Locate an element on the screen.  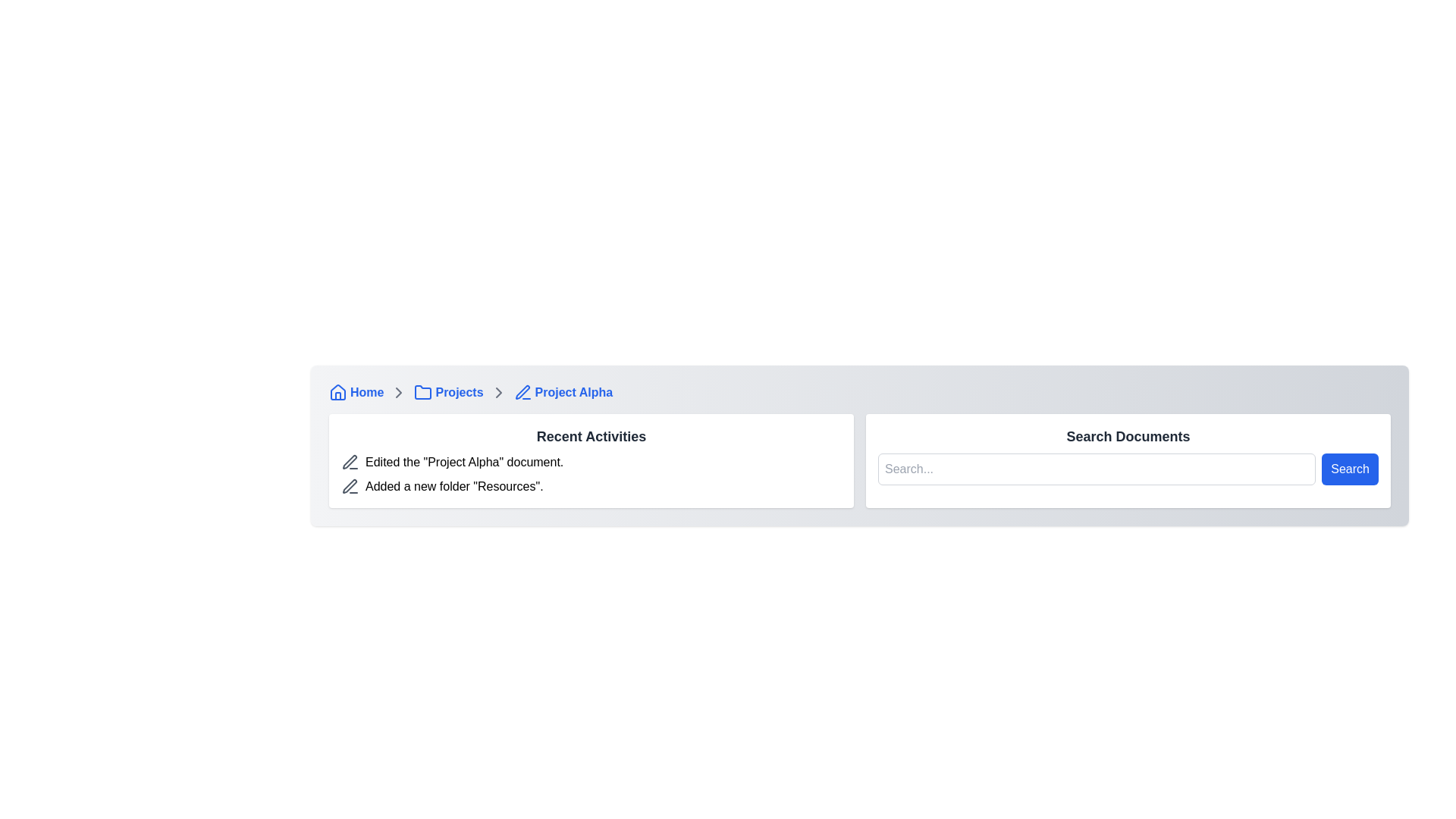
the Static text header that indicates the user's recent activities, located at the top-center of the rectangular card below the breadcrumb navigation bar is located at coordinates (590, 436).